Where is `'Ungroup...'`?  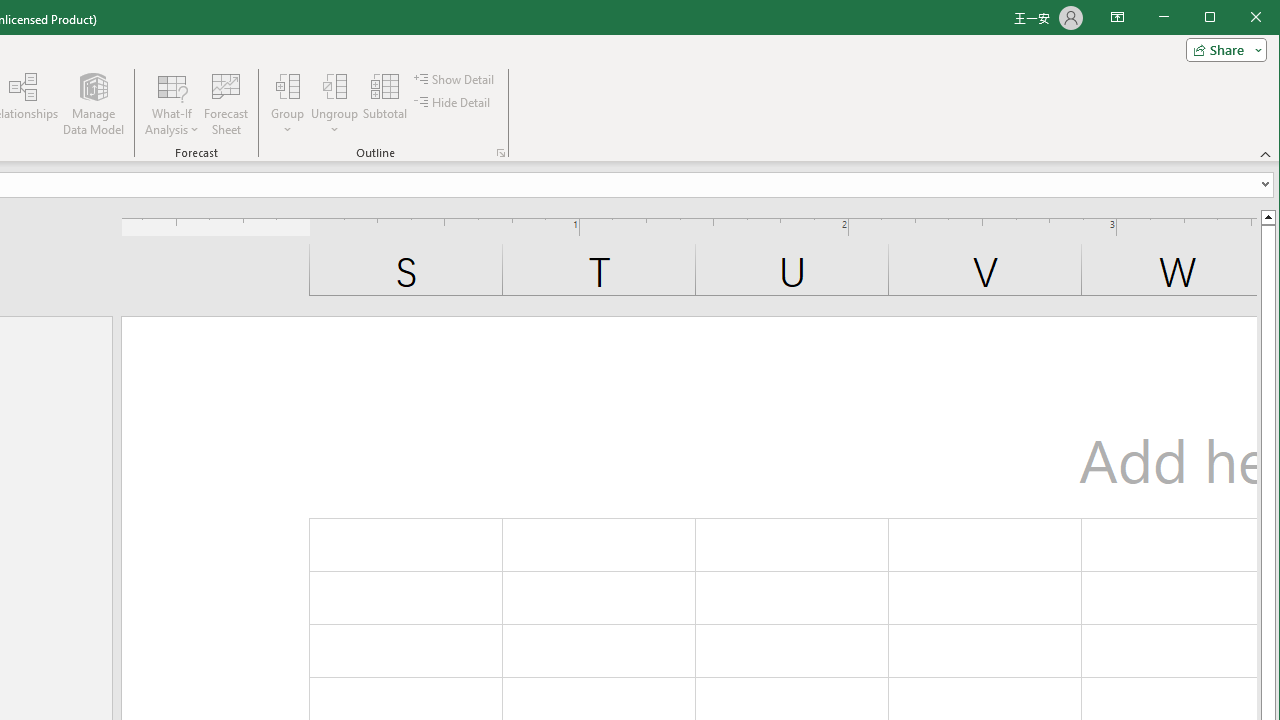 'Ungroup...' is located at coordinates (334, 104).